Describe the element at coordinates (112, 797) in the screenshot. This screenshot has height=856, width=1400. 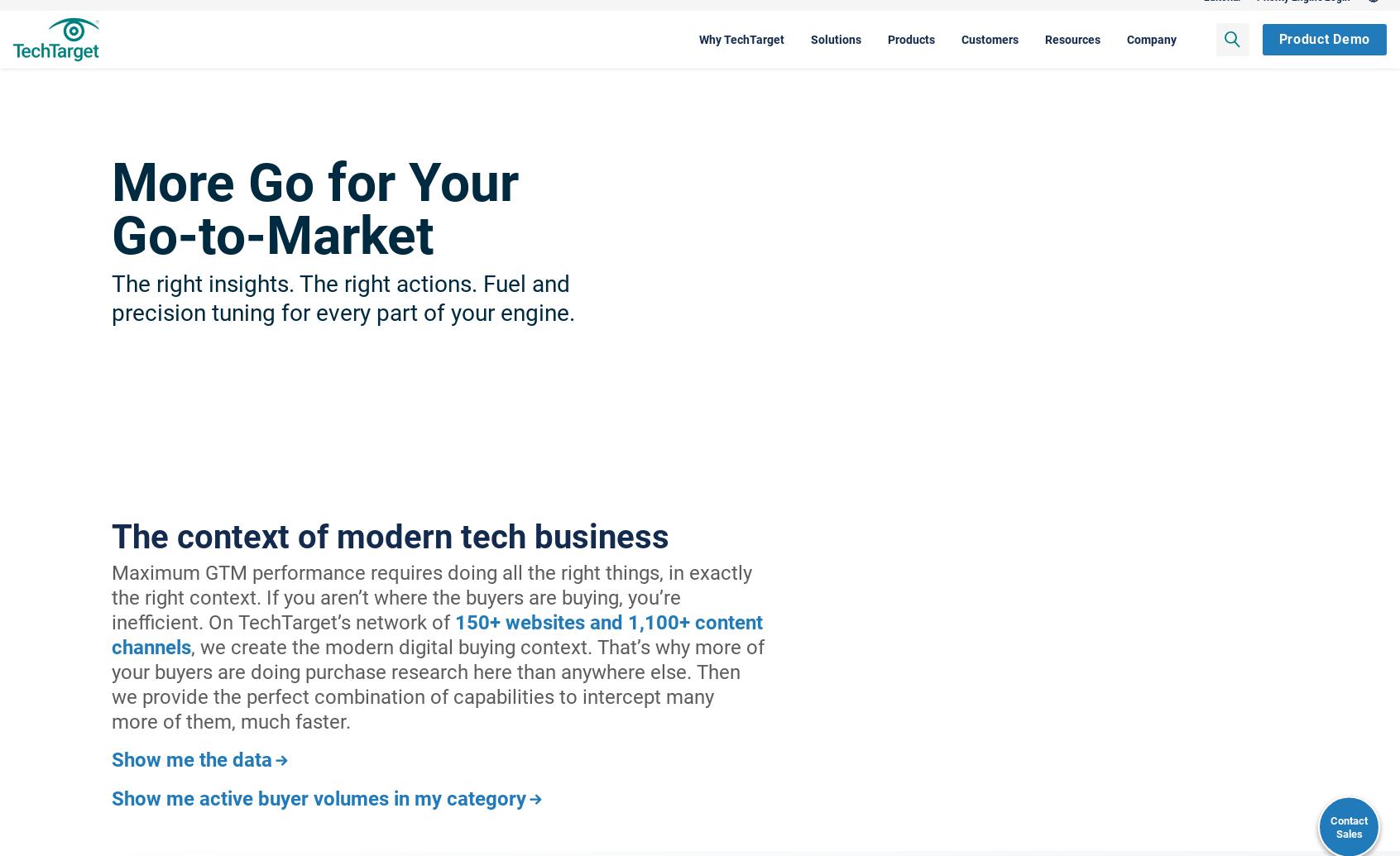
I see `'Show me active buyer volumes in my category'` at that location.